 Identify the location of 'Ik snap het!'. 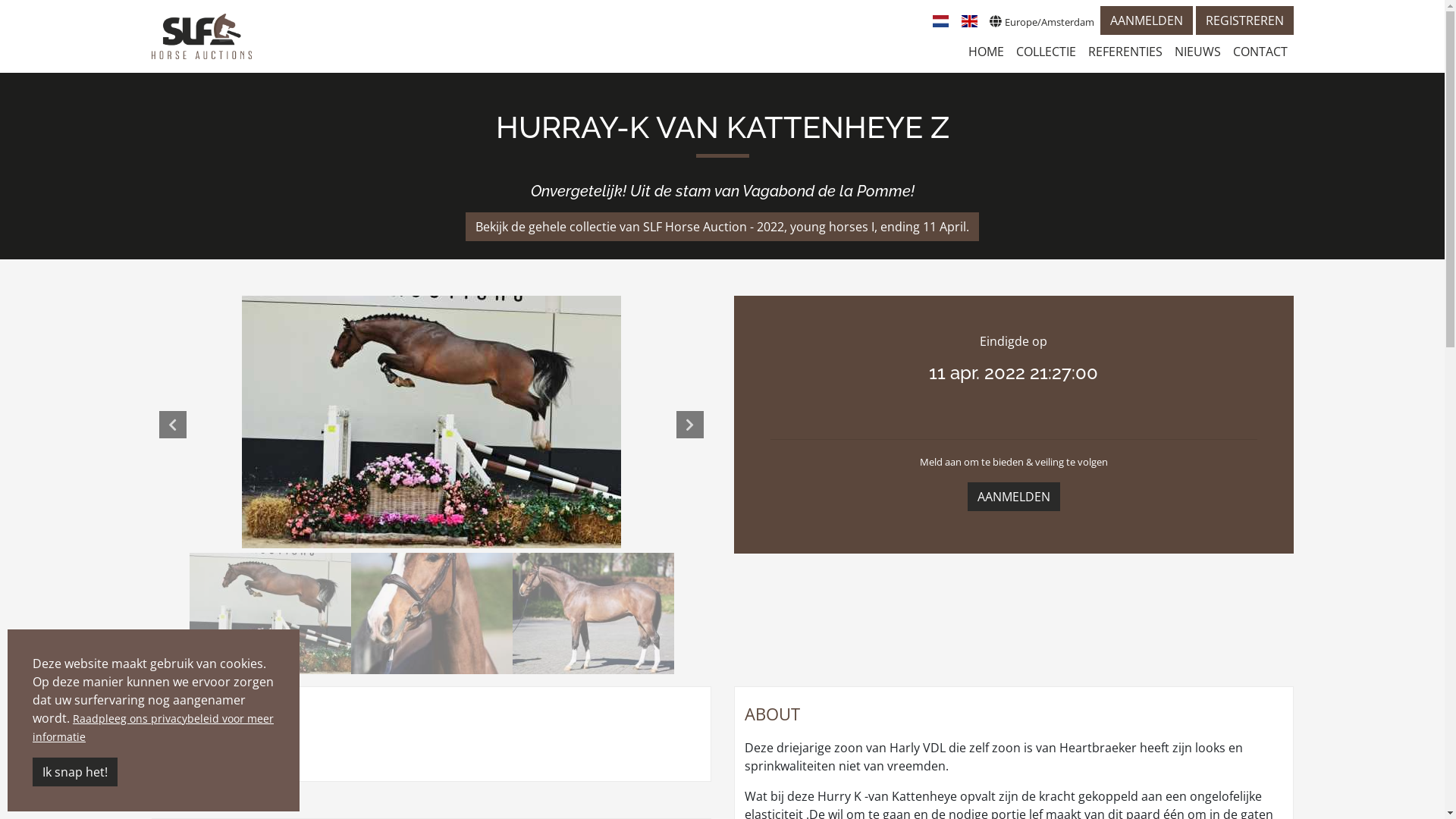
(74, 772).